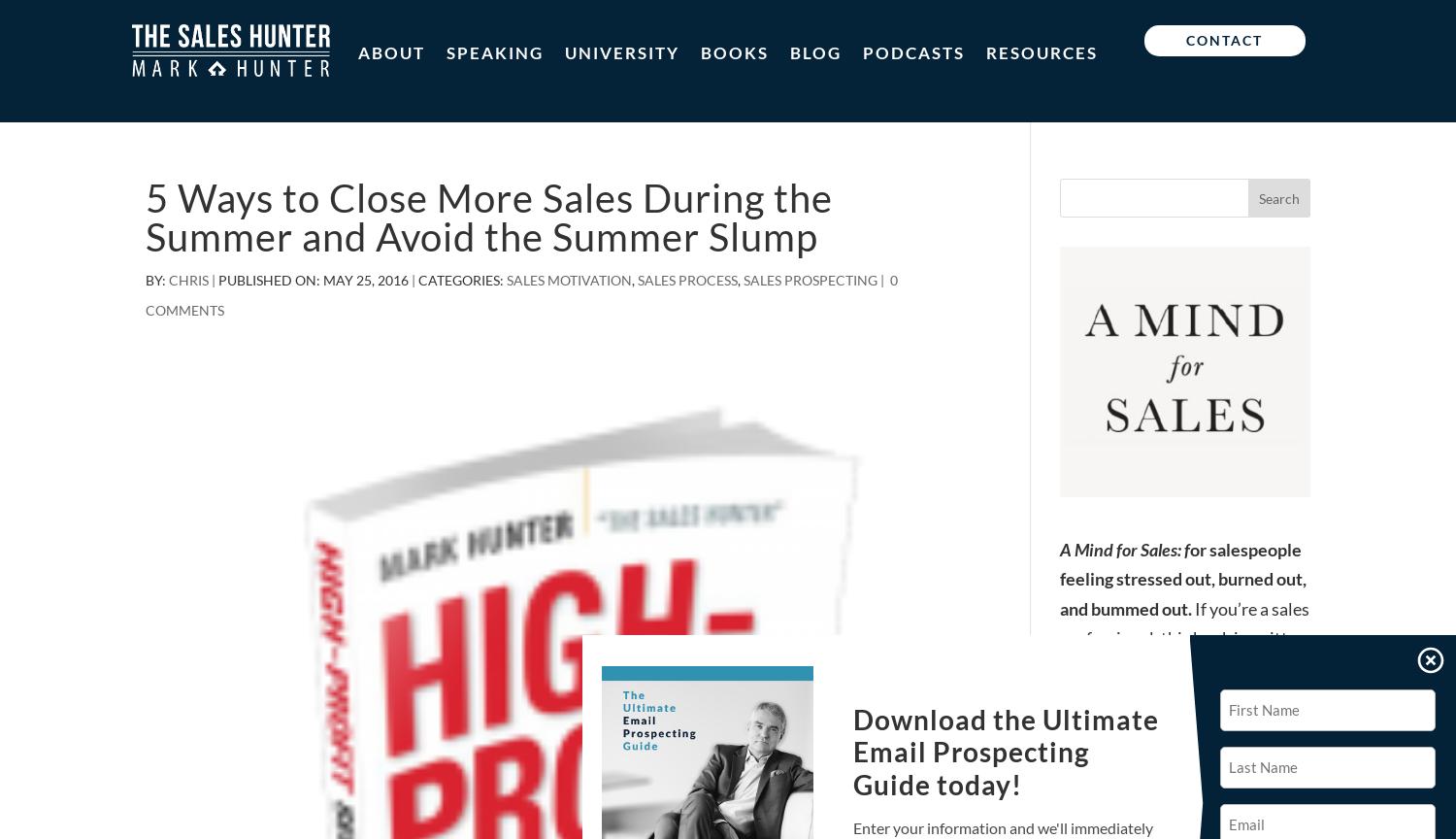 This screenshot has width=1456, height=839. What do you see at coordinates (686, 280) in the screenshot?
I see `'Sales Process'` at bounding box center [686, 280].